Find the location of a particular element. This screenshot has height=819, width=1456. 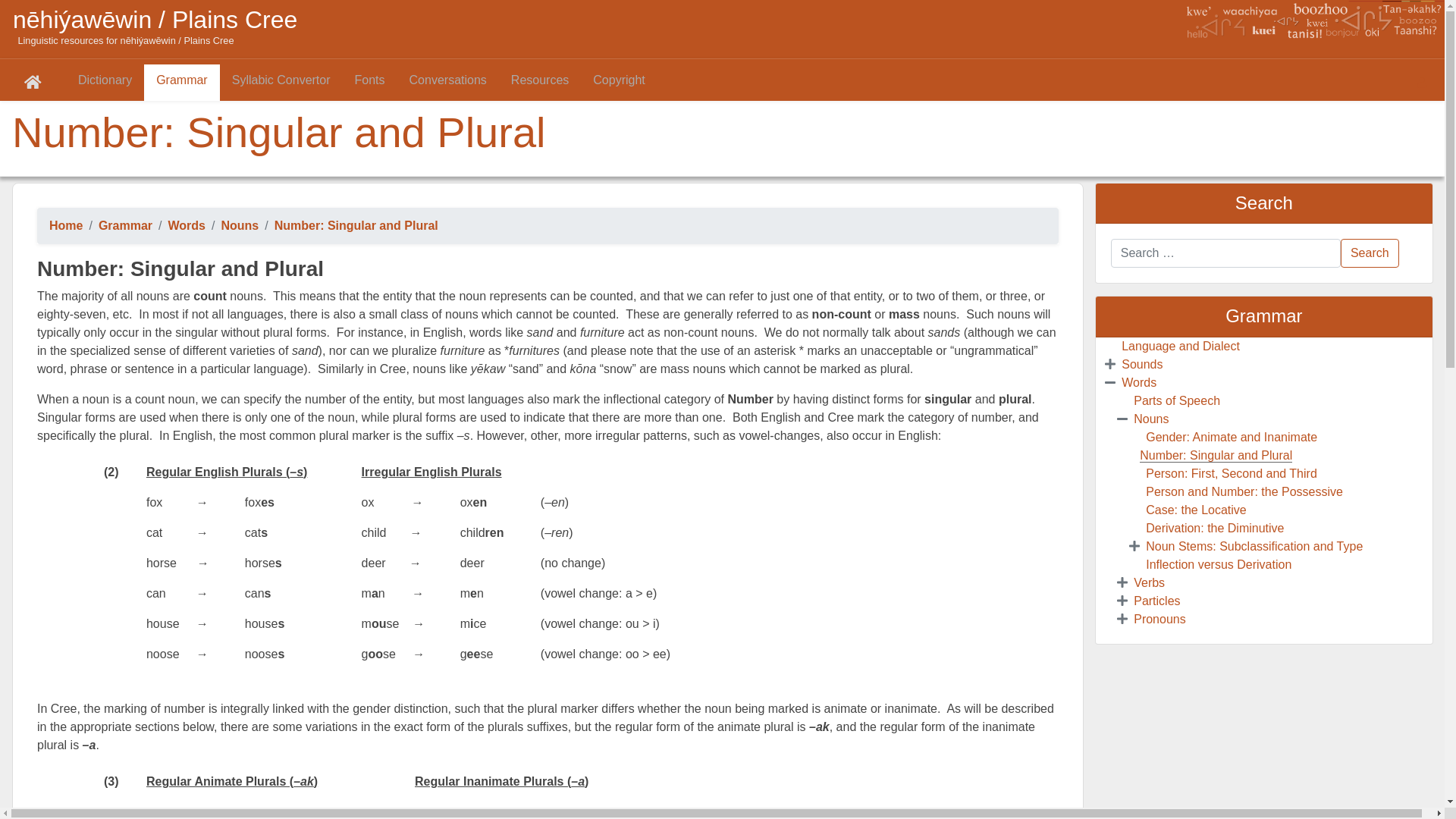

'Grammar' is located at coordinates (97, 225).